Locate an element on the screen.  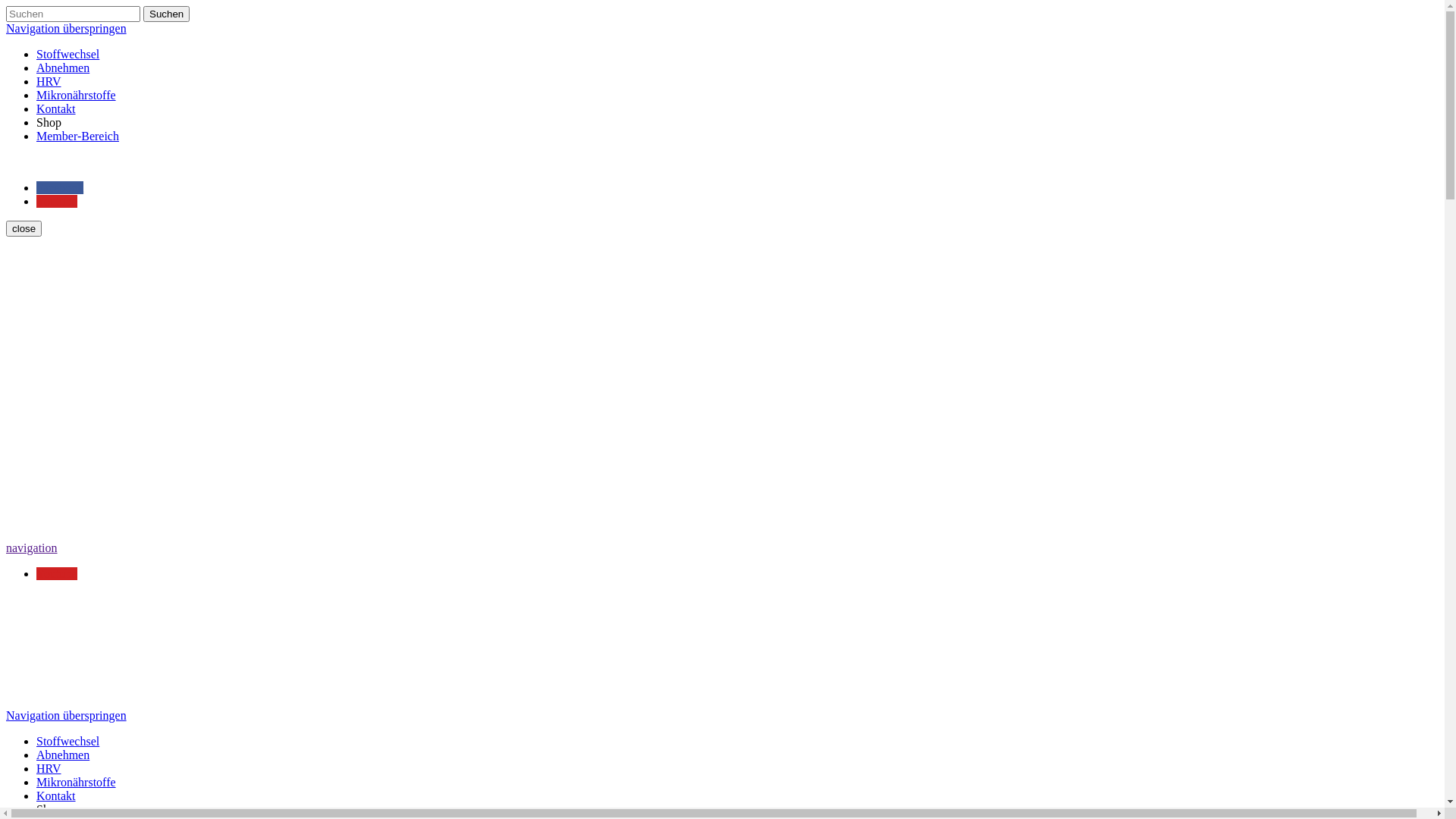
'Youtube' is located at coordinates (57, 200).